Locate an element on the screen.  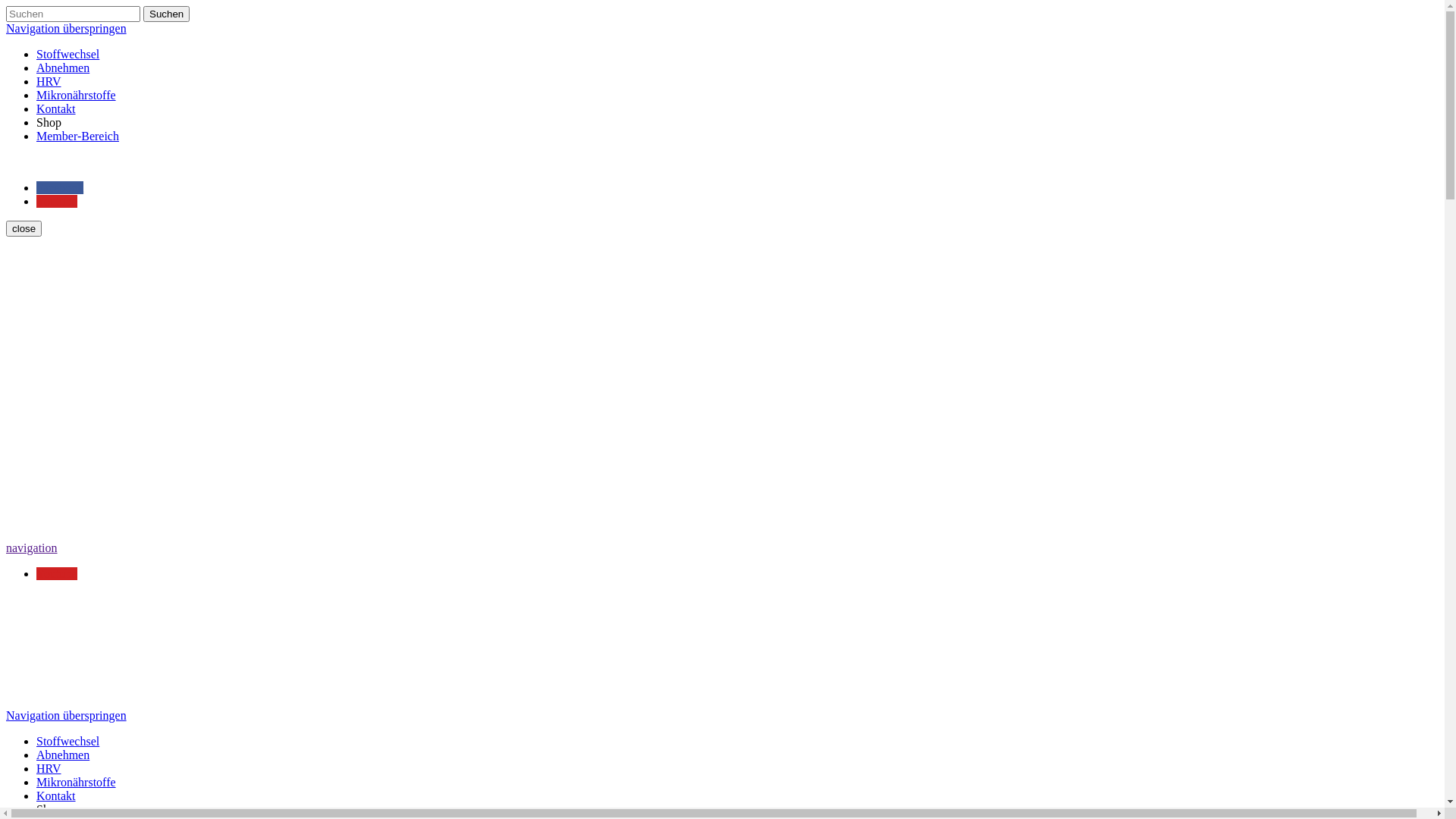
'Youtube' is located at coordinates (57, 200).